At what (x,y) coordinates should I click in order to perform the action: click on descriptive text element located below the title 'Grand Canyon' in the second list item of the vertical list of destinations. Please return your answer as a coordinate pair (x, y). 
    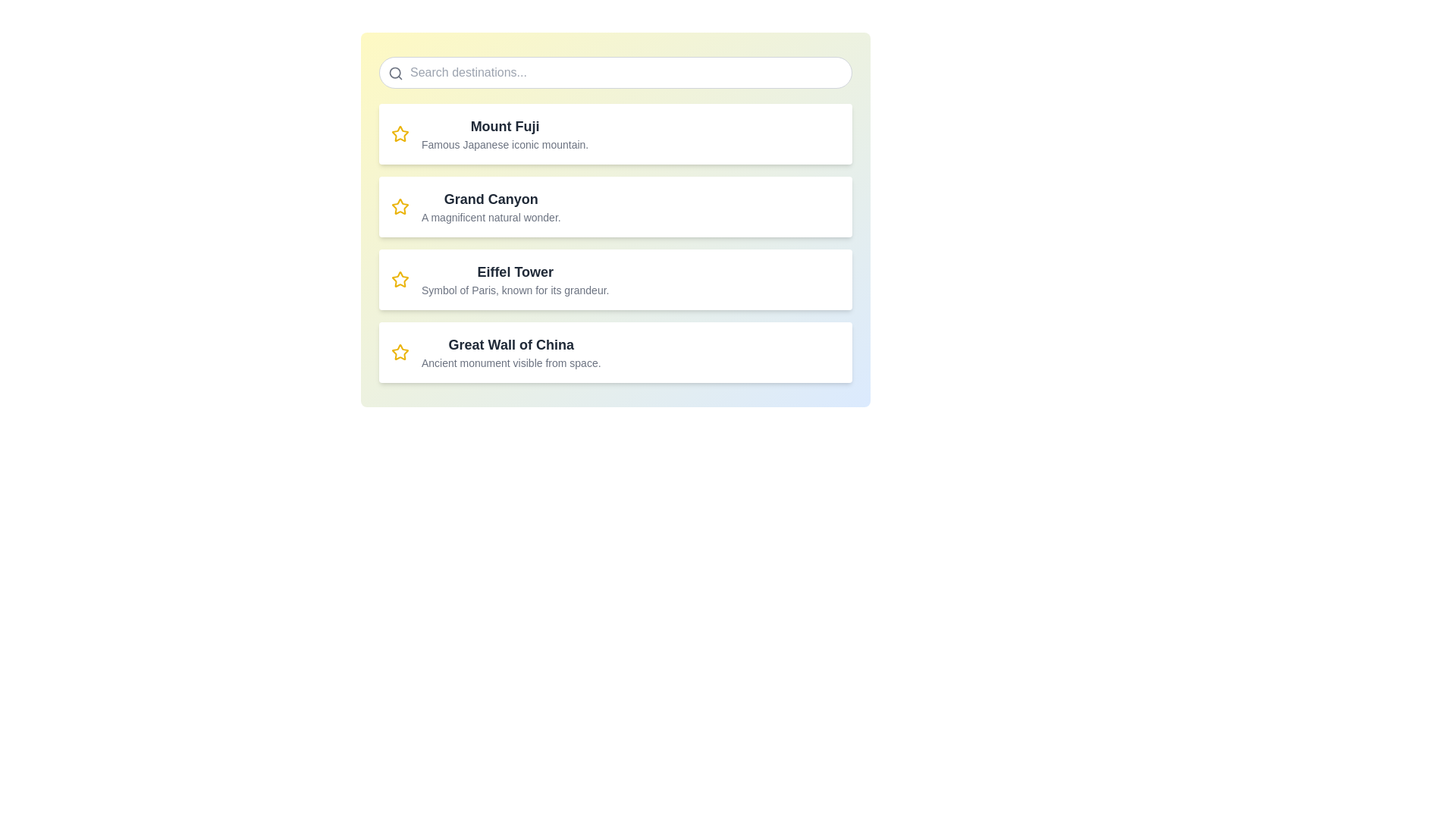
    Looking at the image, I should click on (491, 217).